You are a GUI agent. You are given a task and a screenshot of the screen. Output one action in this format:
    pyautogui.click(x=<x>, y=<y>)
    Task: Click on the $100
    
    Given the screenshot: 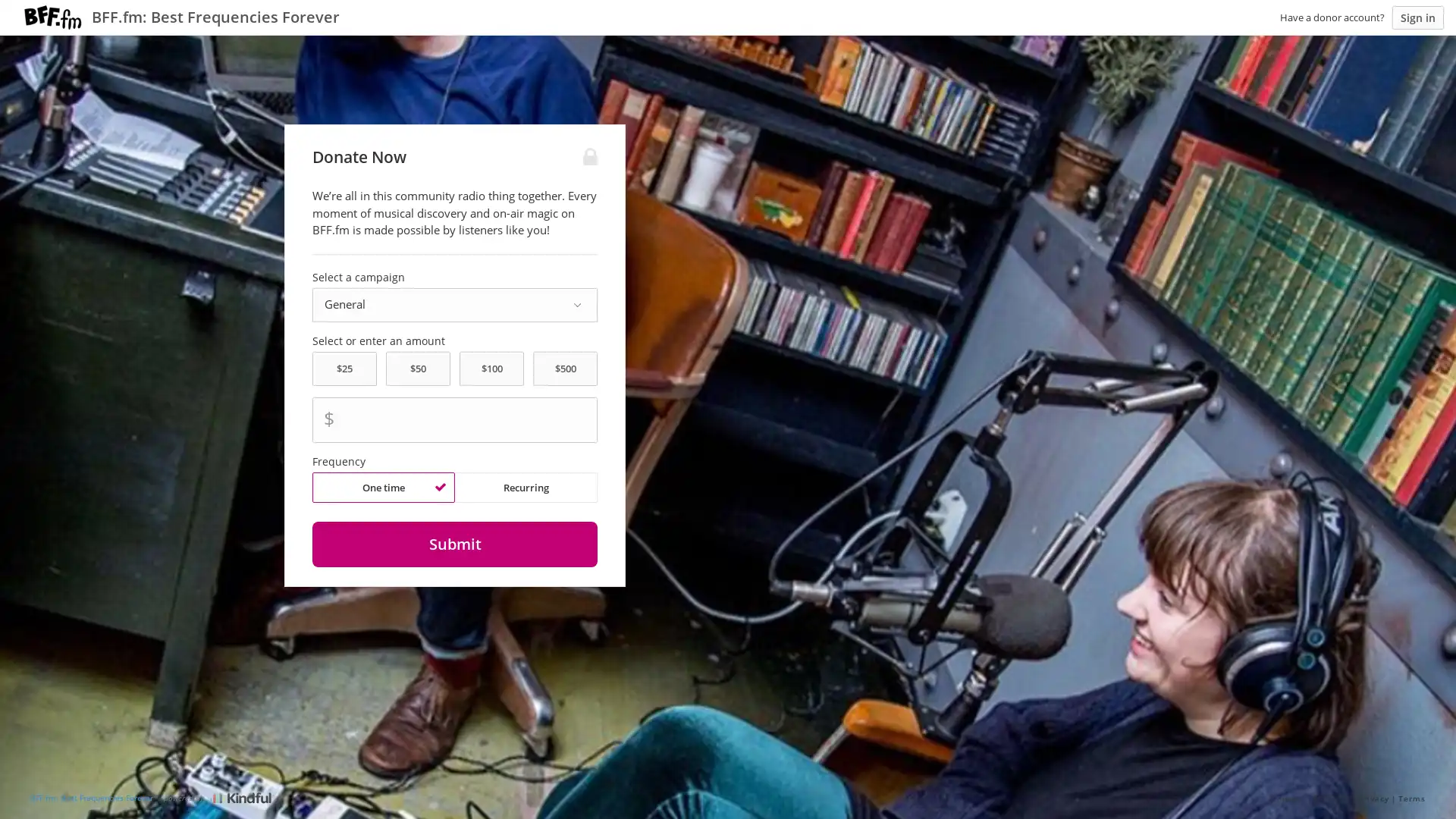 What is the action you would take?
    pyautogui.click(x=491, y=368)
    